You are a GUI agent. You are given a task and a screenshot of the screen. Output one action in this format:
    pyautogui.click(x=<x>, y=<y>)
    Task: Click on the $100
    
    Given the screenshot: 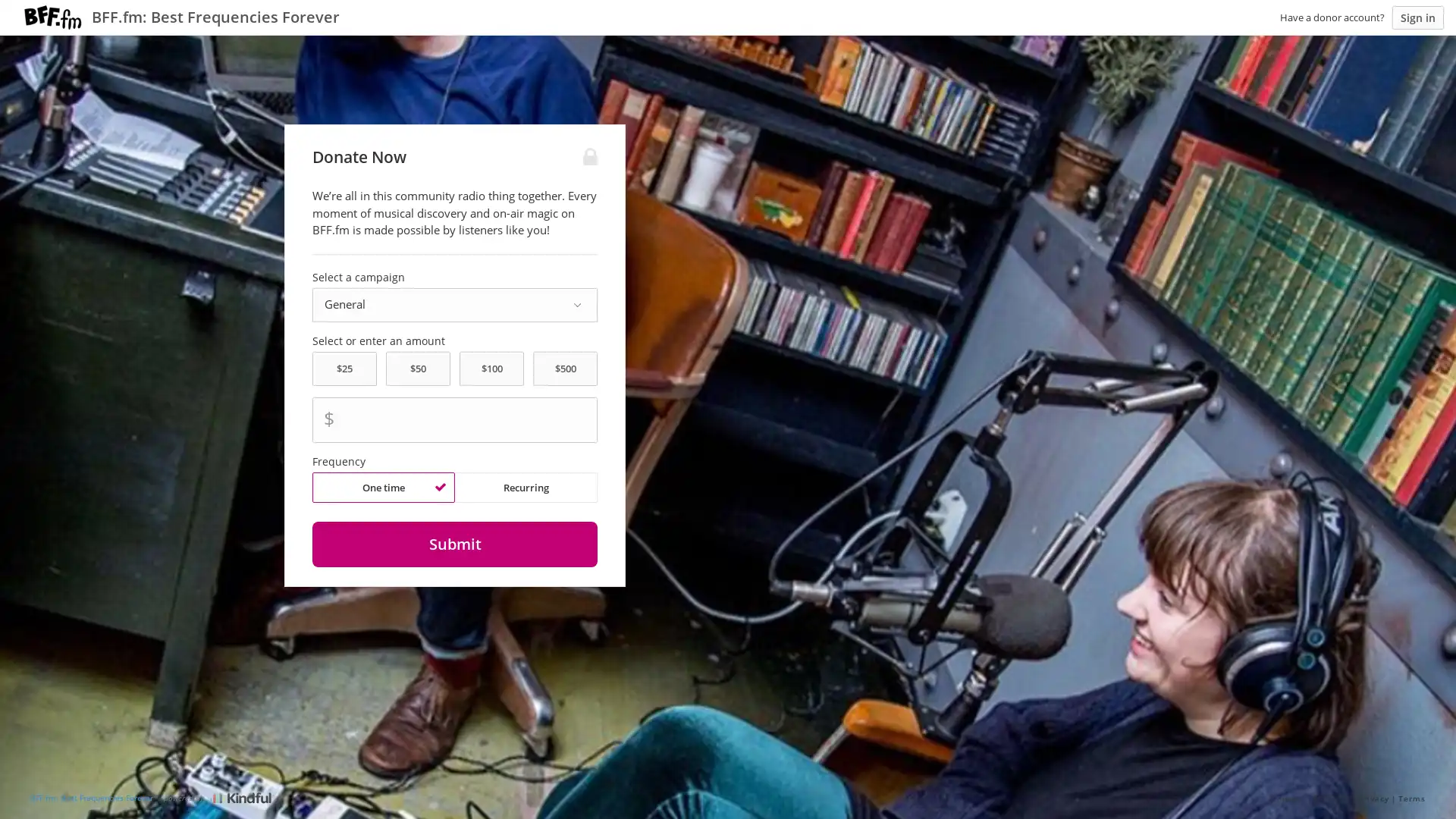 What is the action you would take?
    pyautogui.click(x=491, y=368)
    